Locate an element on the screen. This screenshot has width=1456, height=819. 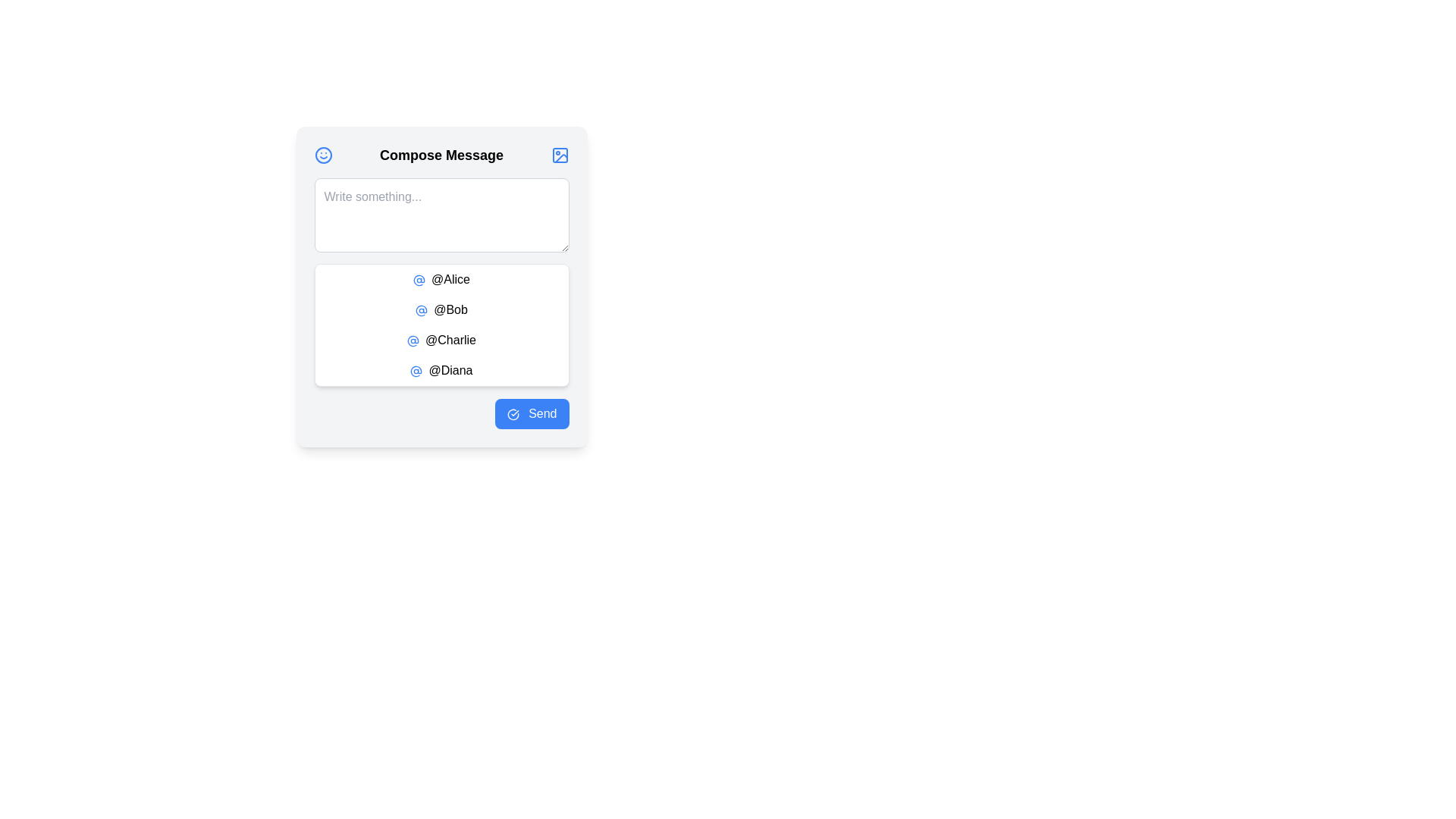
the usernames within the 'Compose Message' dialog box is located at coordinates (441, 287).